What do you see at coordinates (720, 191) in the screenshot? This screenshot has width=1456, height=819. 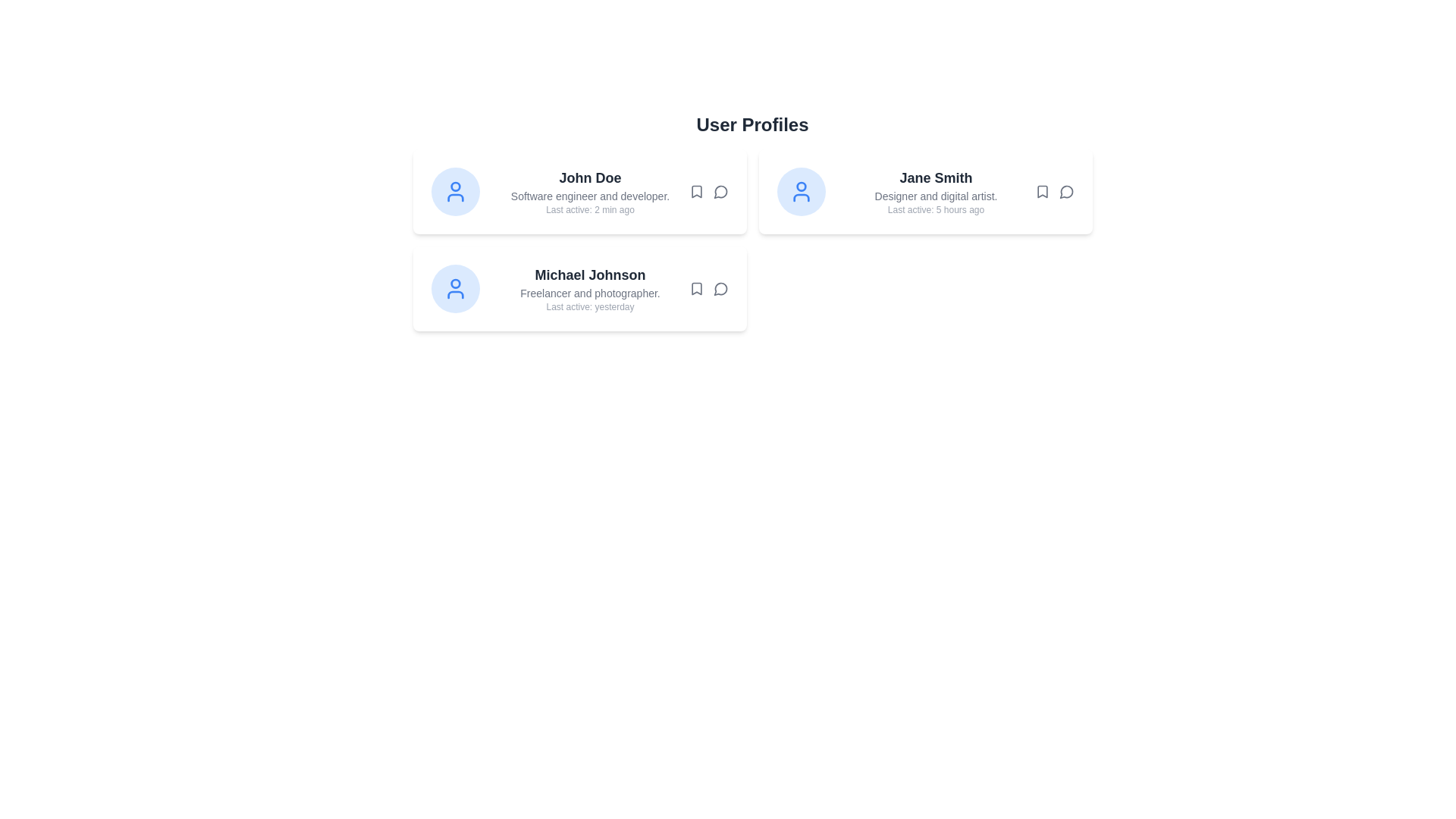 I see `the speech bubble icon located` at bounding box center [720, 191].